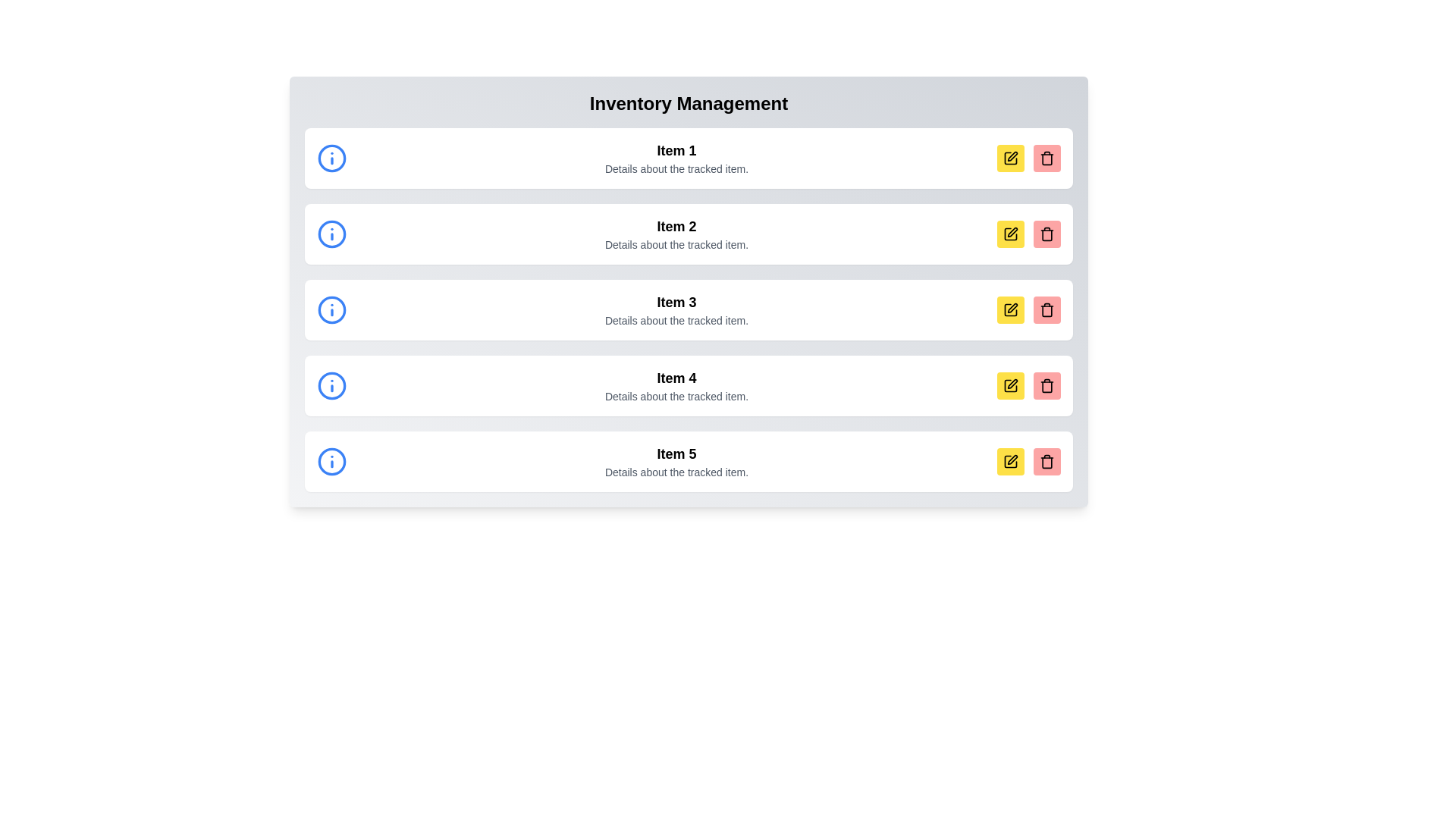  Describe the element at coordinates (1011, 461) in the screenshot. I see `the square yellow button with rounded corners and a black pen icon inside, located to the left of a red delete button in the 'Item 5' entry` at that location.